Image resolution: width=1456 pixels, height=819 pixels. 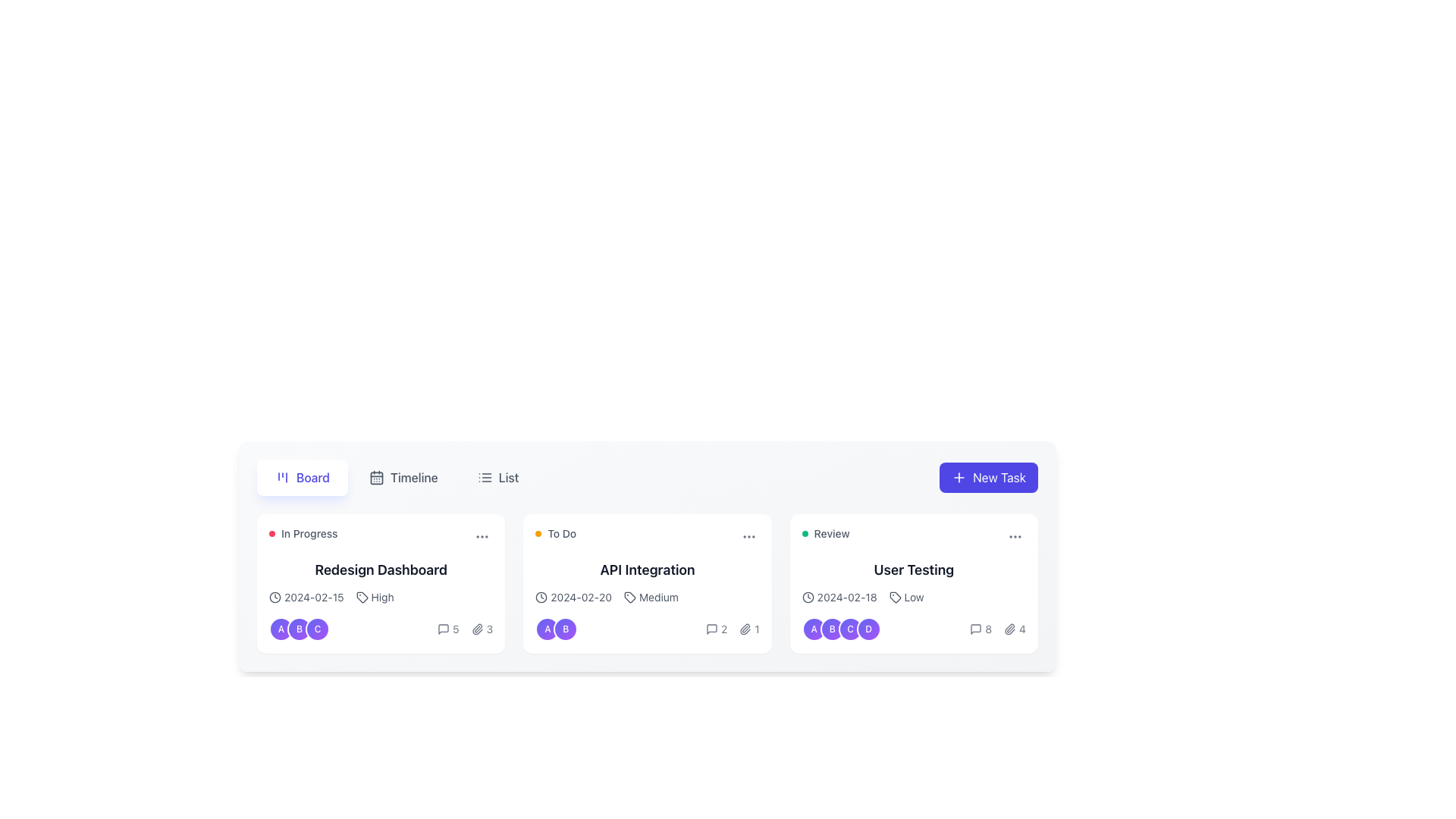 I want to click on the text label indicating the current status of an item or task, which shows 'In Progress', located in the first card of a multi-card layout, to the right of a small red circular icon and above the card title 'Redesign Dashboard', so click(x=309, y=533).